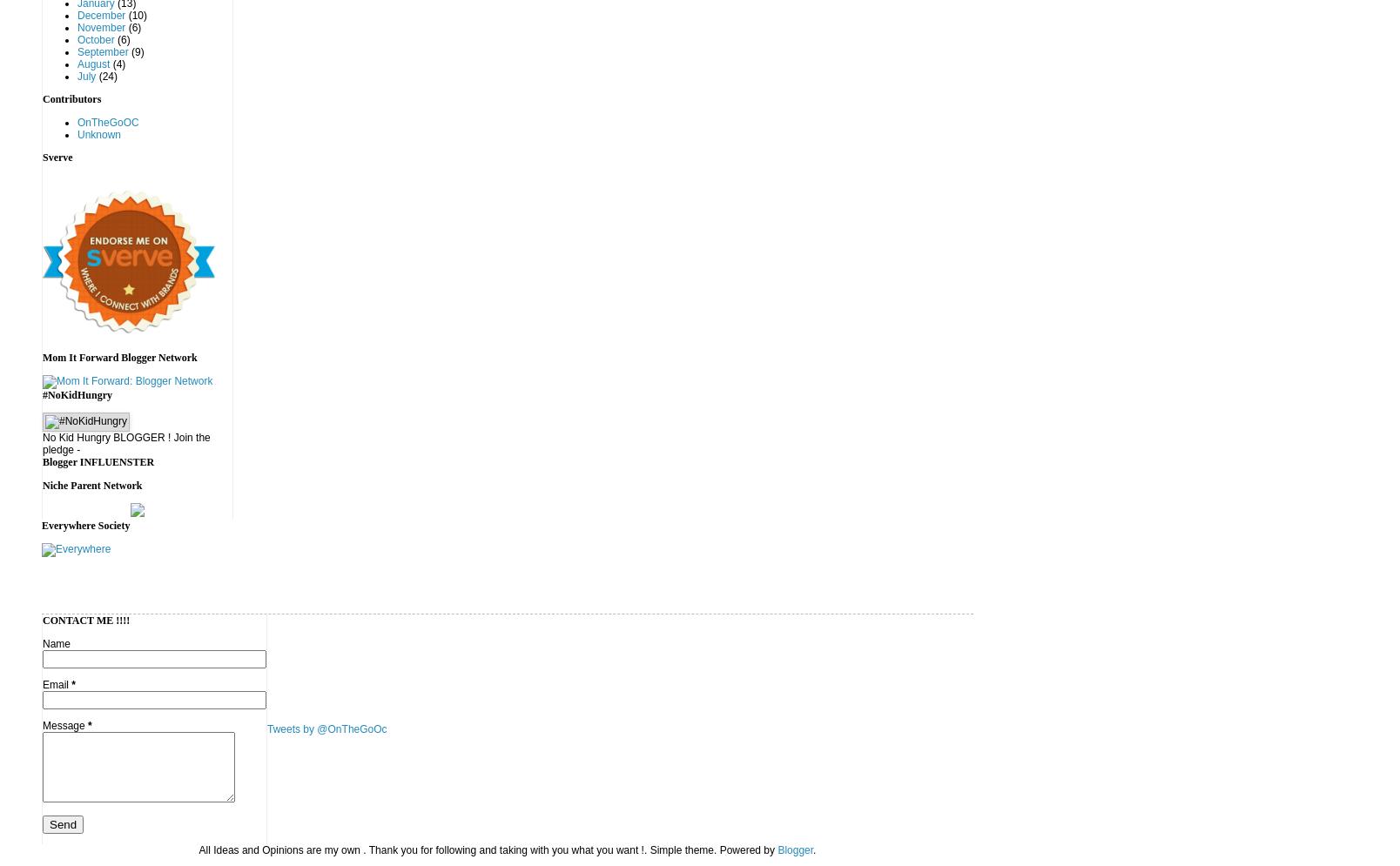  I want to click on 'Unknown', so click(77, 135).